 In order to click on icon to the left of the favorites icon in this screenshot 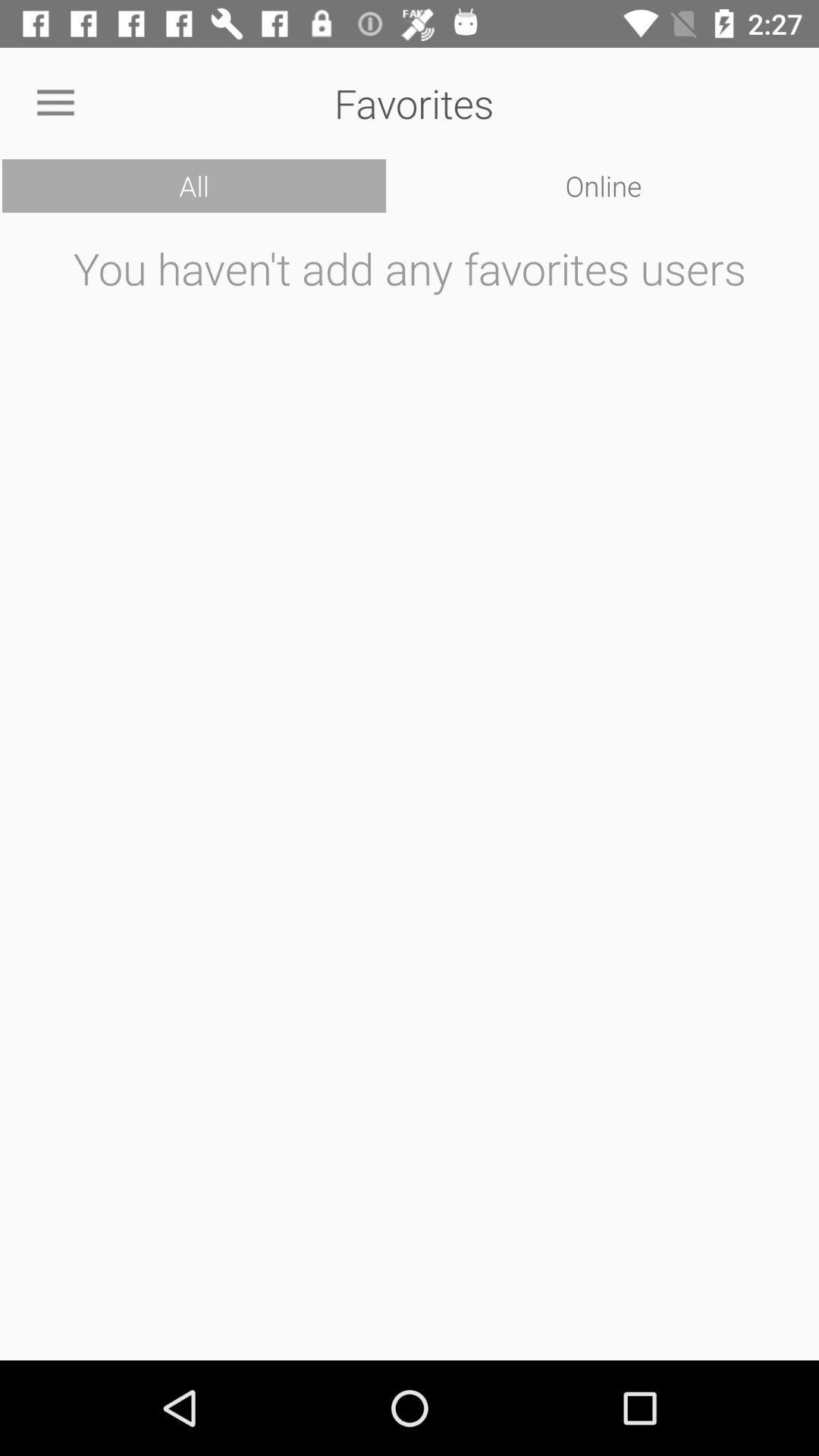, I will do `click(55, 102)`.